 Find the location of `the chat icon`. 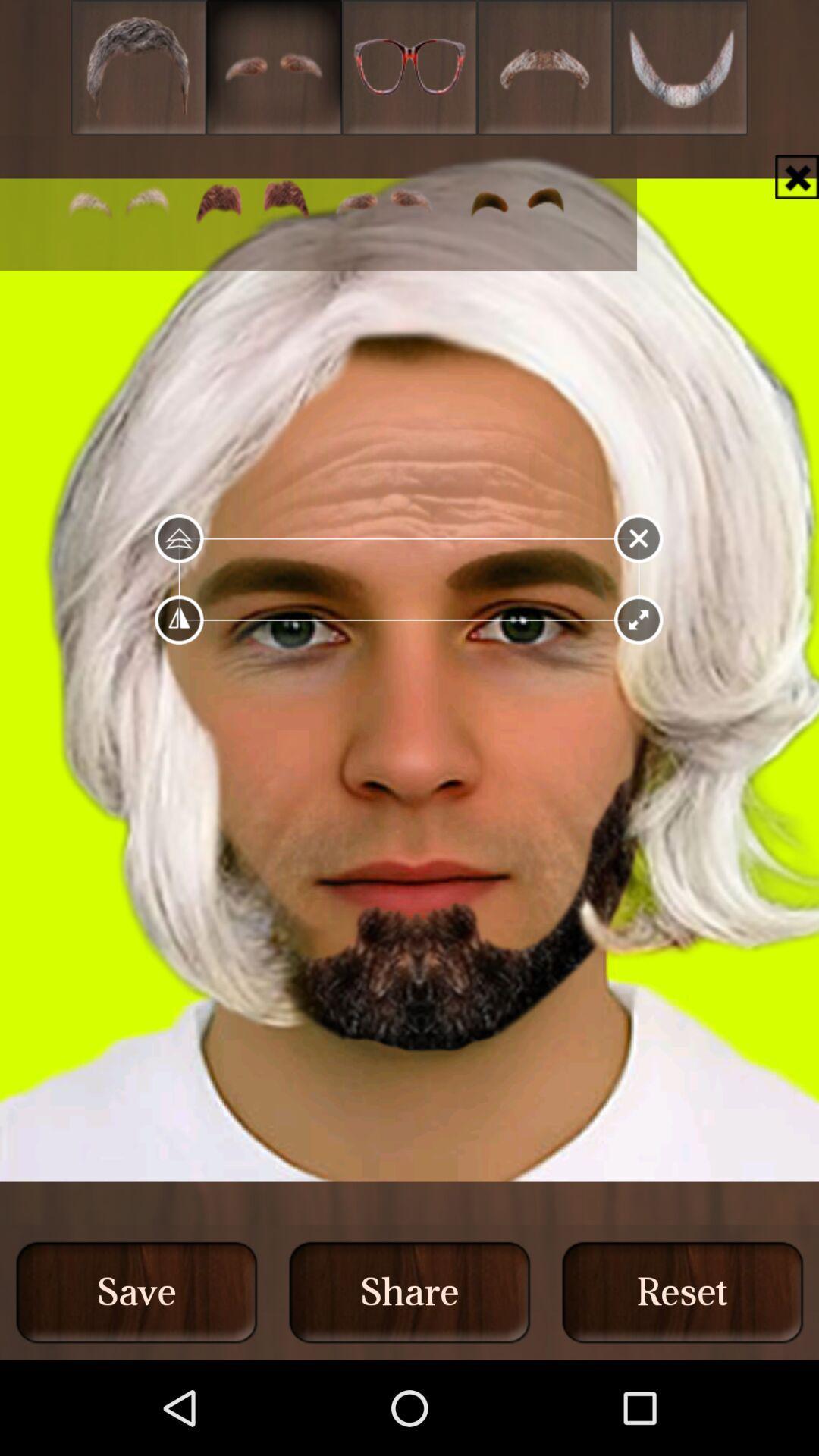

the chat icon is located at coordinates (251, 216).